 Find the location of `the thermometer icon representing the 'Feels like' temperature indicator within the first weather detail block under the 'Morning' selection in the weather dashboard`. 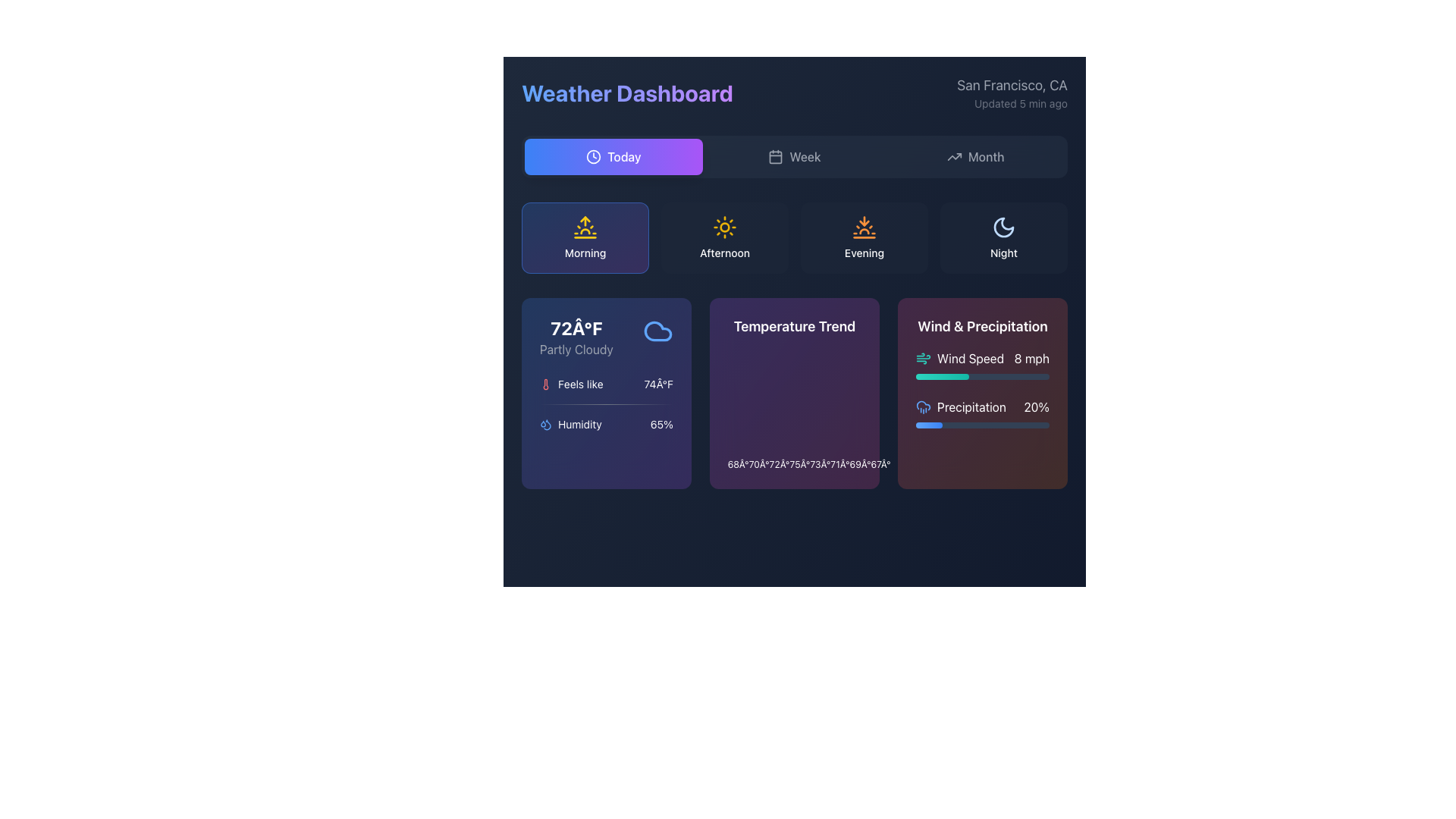

the thermometer icon representing the 'Feels like' temperature indicator within the first weather detail block under the 'Morning' selection in the weather dashboard is located at coordinates (546, 383).